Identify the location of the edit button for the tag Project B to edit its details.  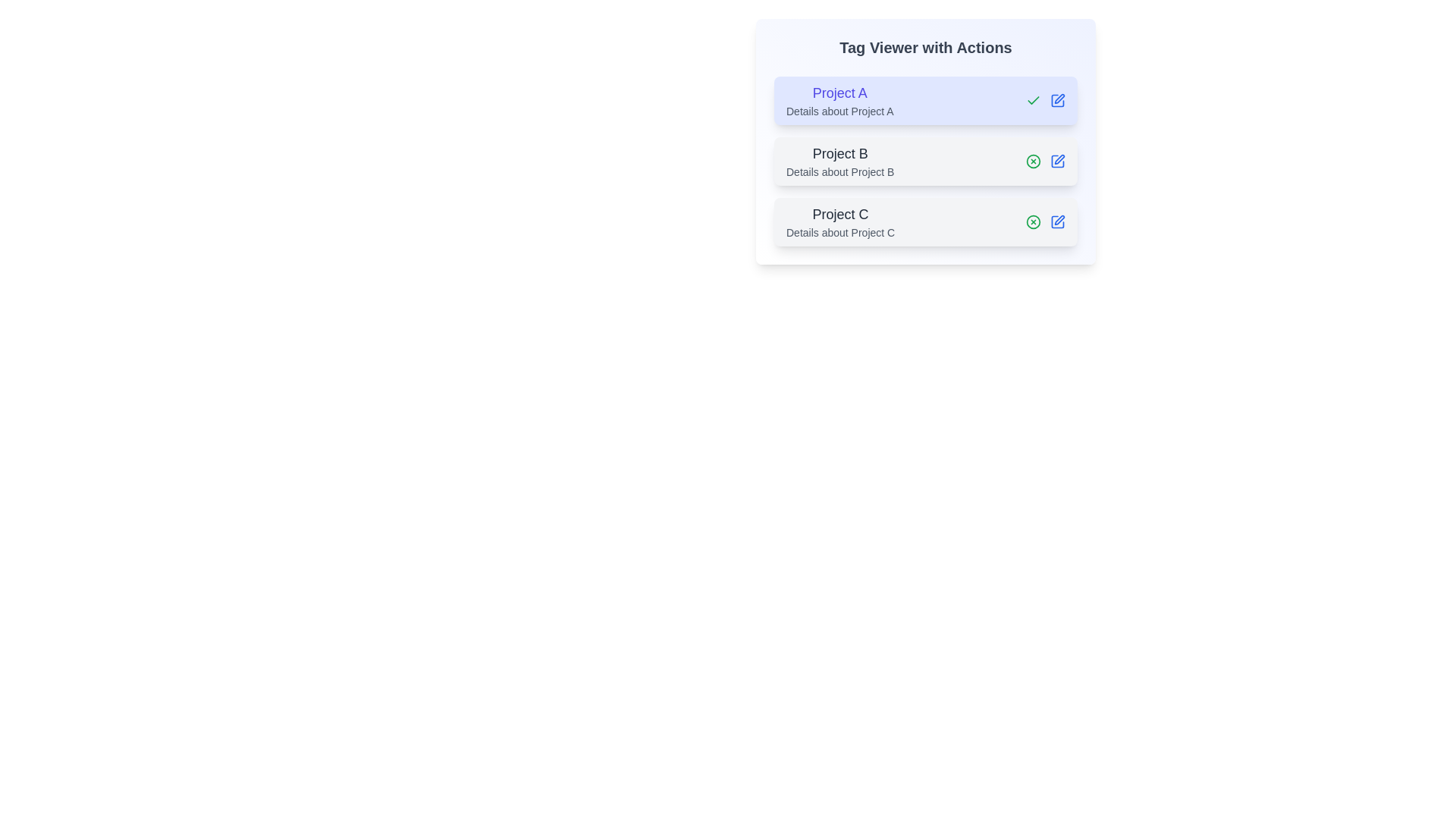
(1057, 161).